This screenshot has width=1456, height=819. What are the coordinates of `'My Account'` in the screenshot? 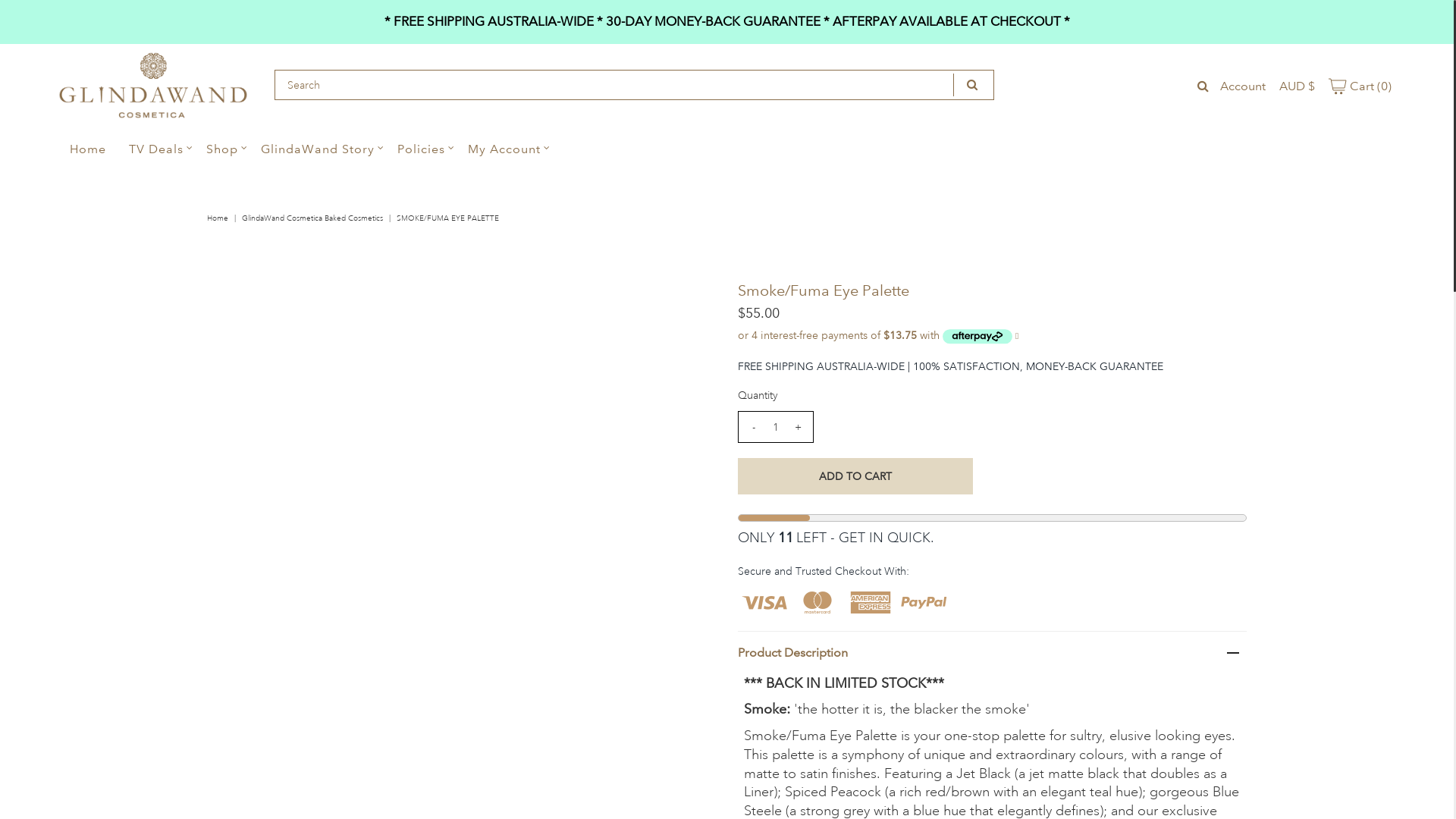 It's located at (504, 149).